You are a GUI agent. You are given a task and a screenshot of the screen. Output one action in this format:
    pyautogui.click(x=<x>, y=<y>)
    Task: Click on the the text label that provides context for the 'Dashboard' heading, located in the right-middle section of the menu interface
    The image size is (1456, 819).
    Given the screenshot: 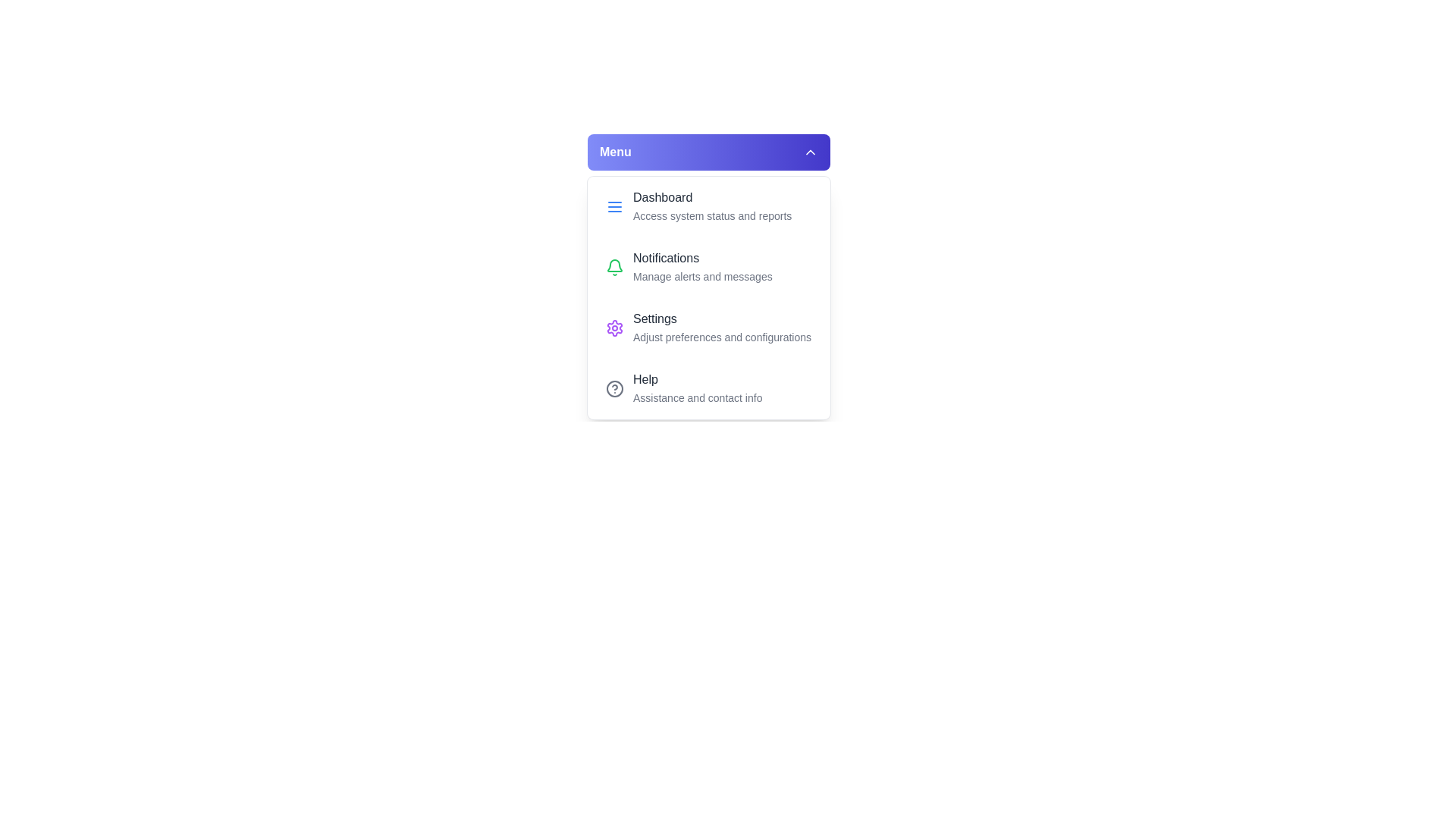 What is the action you would take?
    pyautogui.click(x=711, y=216)
    